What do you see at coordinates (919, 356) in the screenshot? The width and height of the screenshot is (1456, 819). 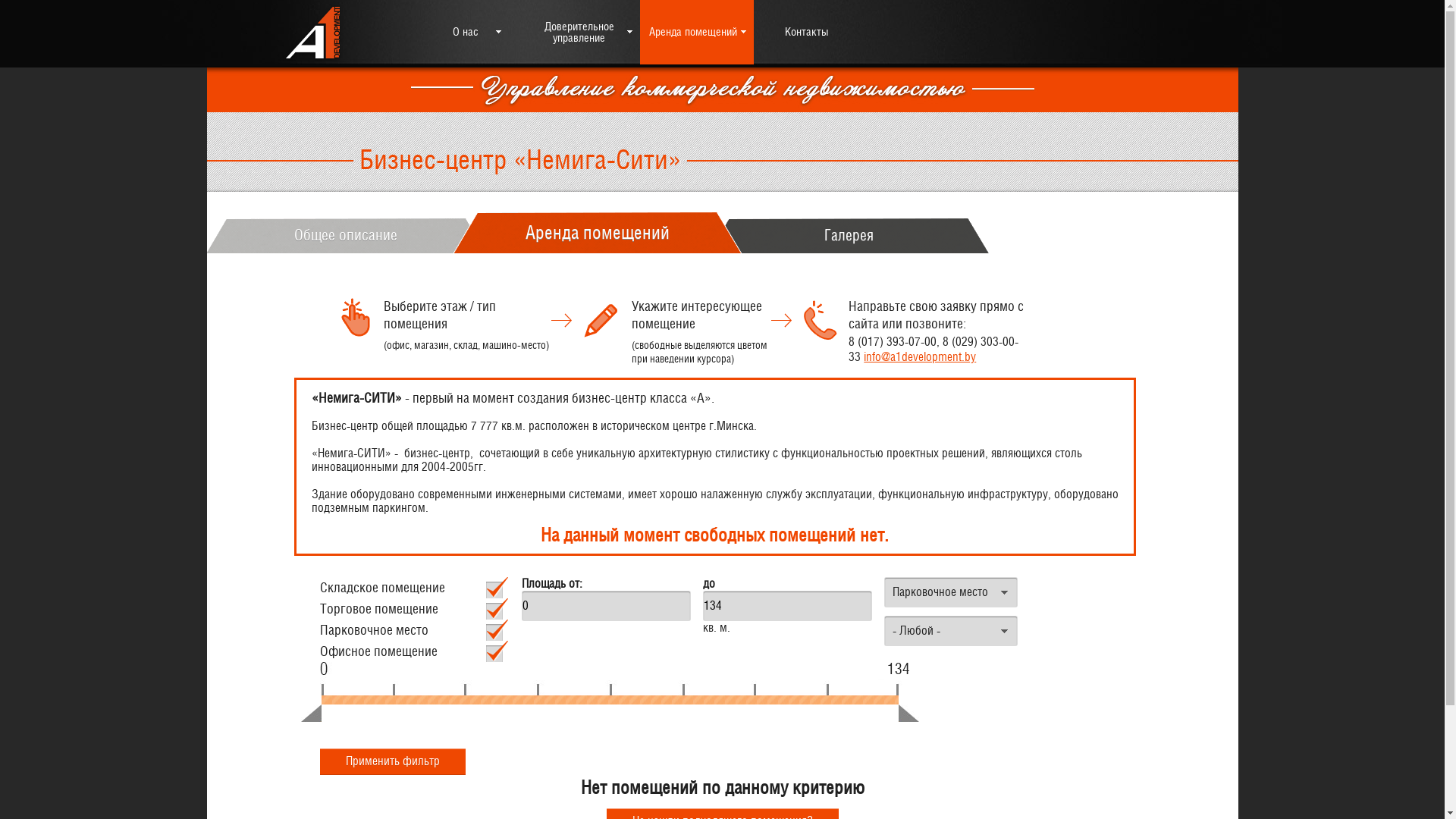 I see `'info@a1development.by'` at bounding box center [919, 356].